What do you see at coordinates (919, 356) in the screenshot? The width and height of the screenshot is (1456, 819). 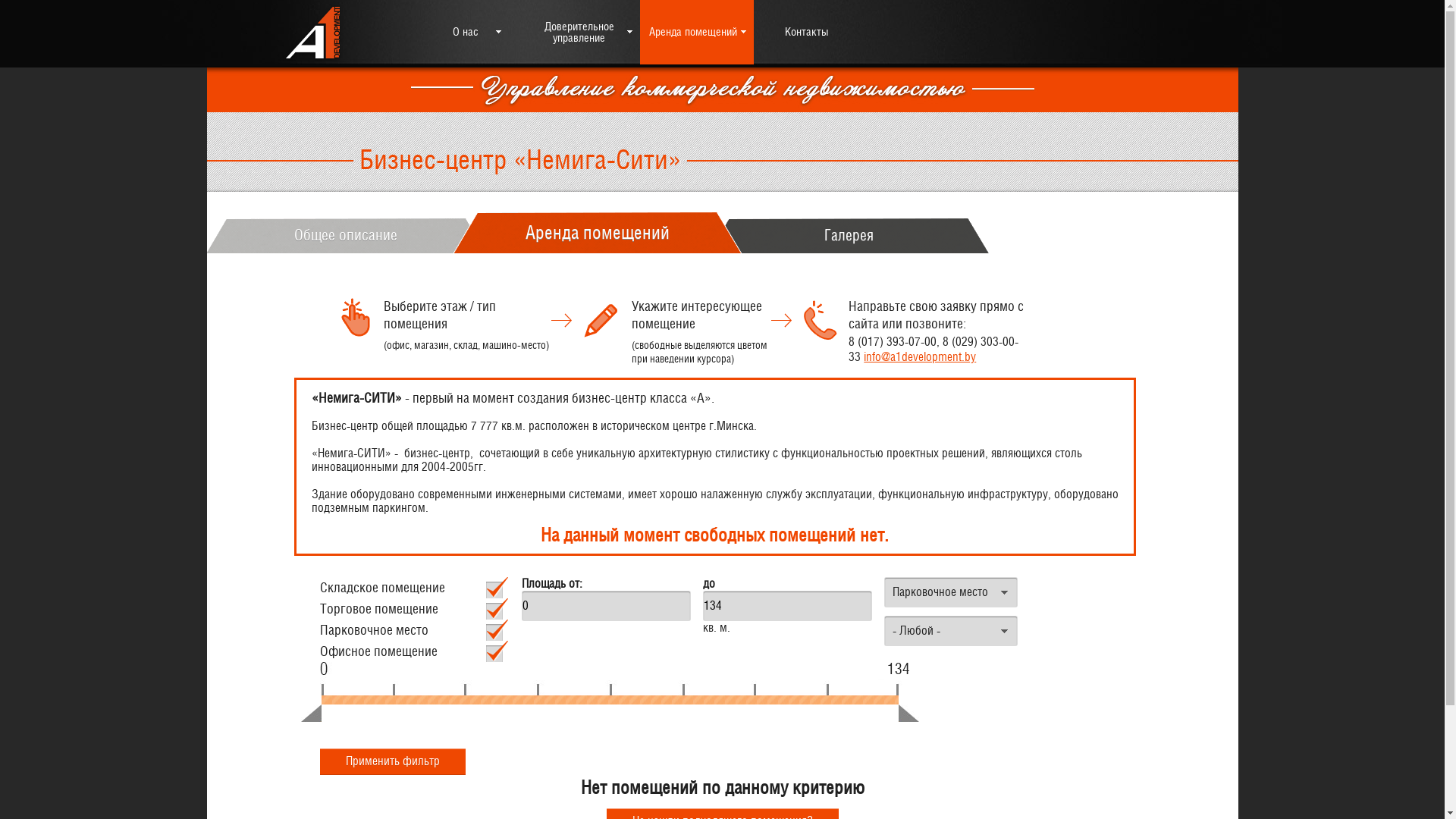 I see `'info@a1development.by'` at bounding box center [919, 356].